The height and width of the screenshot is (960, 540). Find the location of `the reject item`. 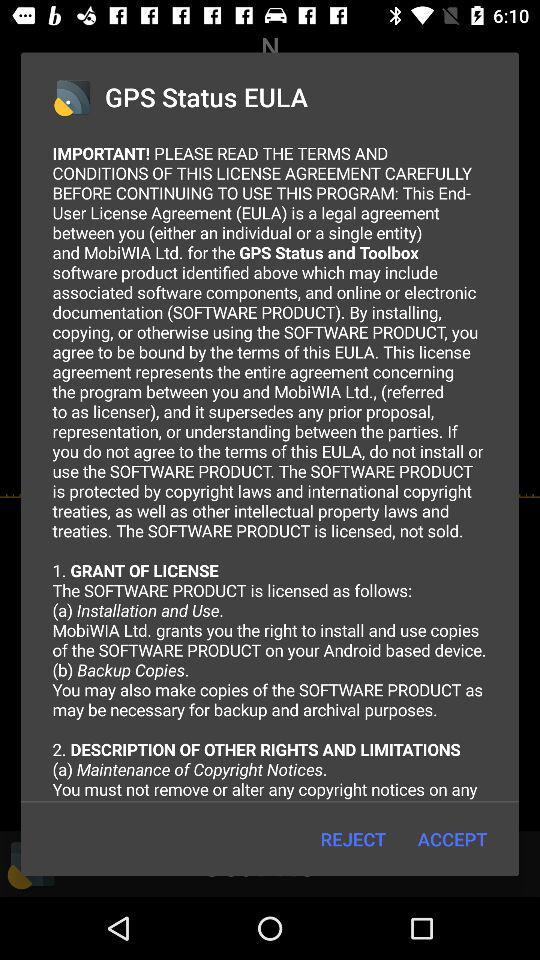

the reject item is located at coordinates (352, 839).